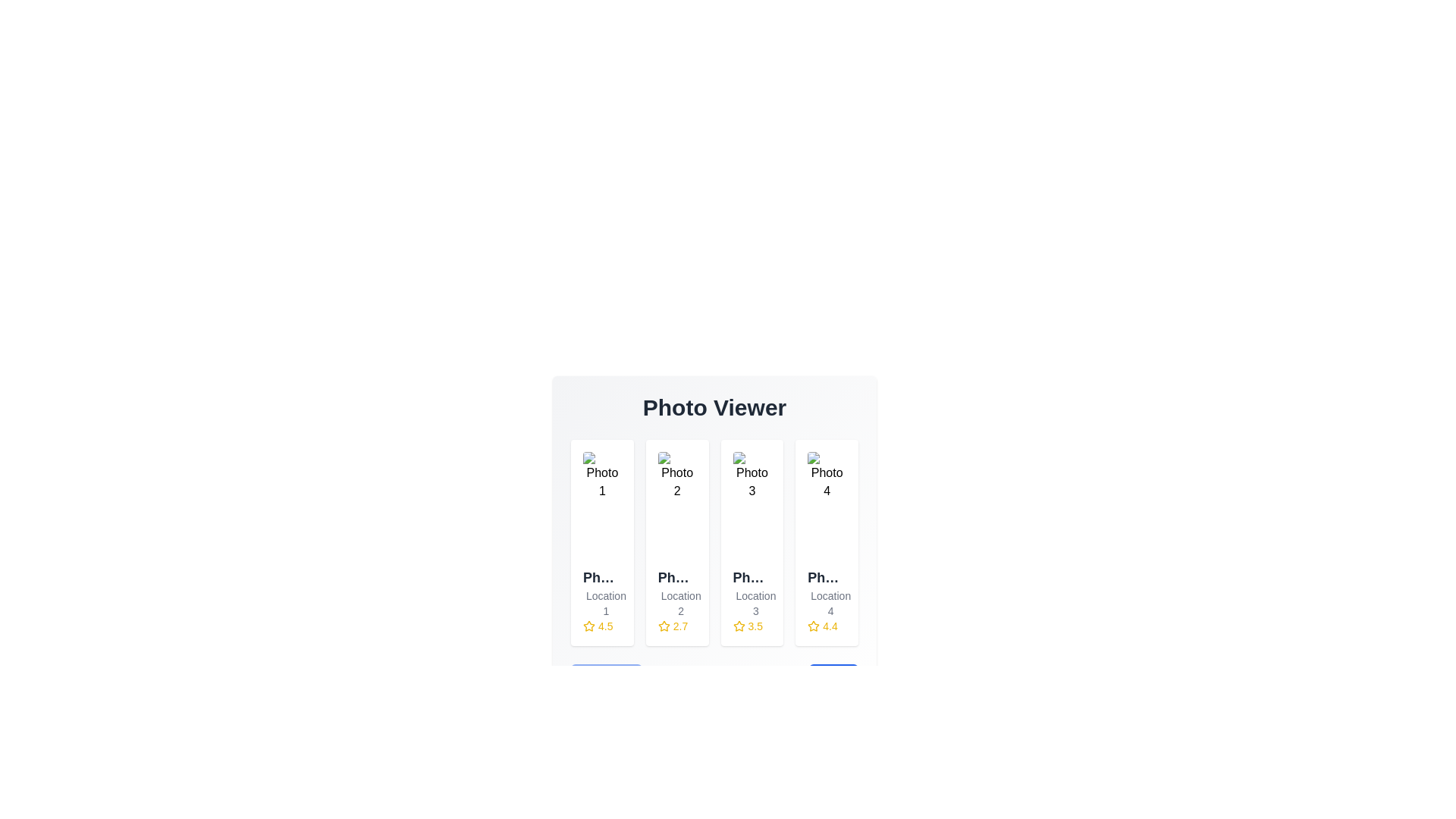  I want to click on the visual representation for 'Photo 4', so click(826, 506).